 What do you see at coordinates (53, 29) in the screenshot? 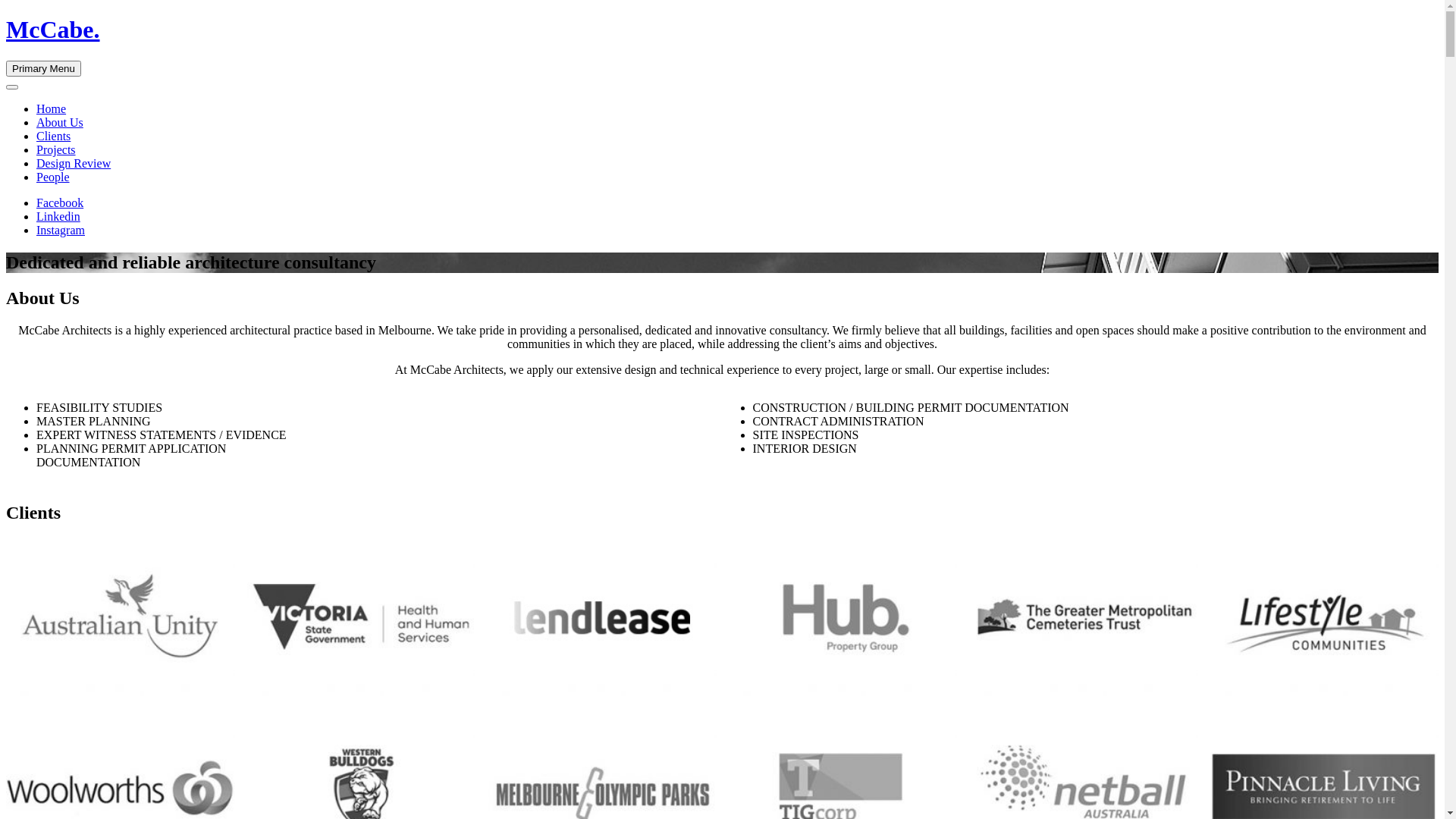
I see `'McCabe.'` at bounding box center [53, 29].